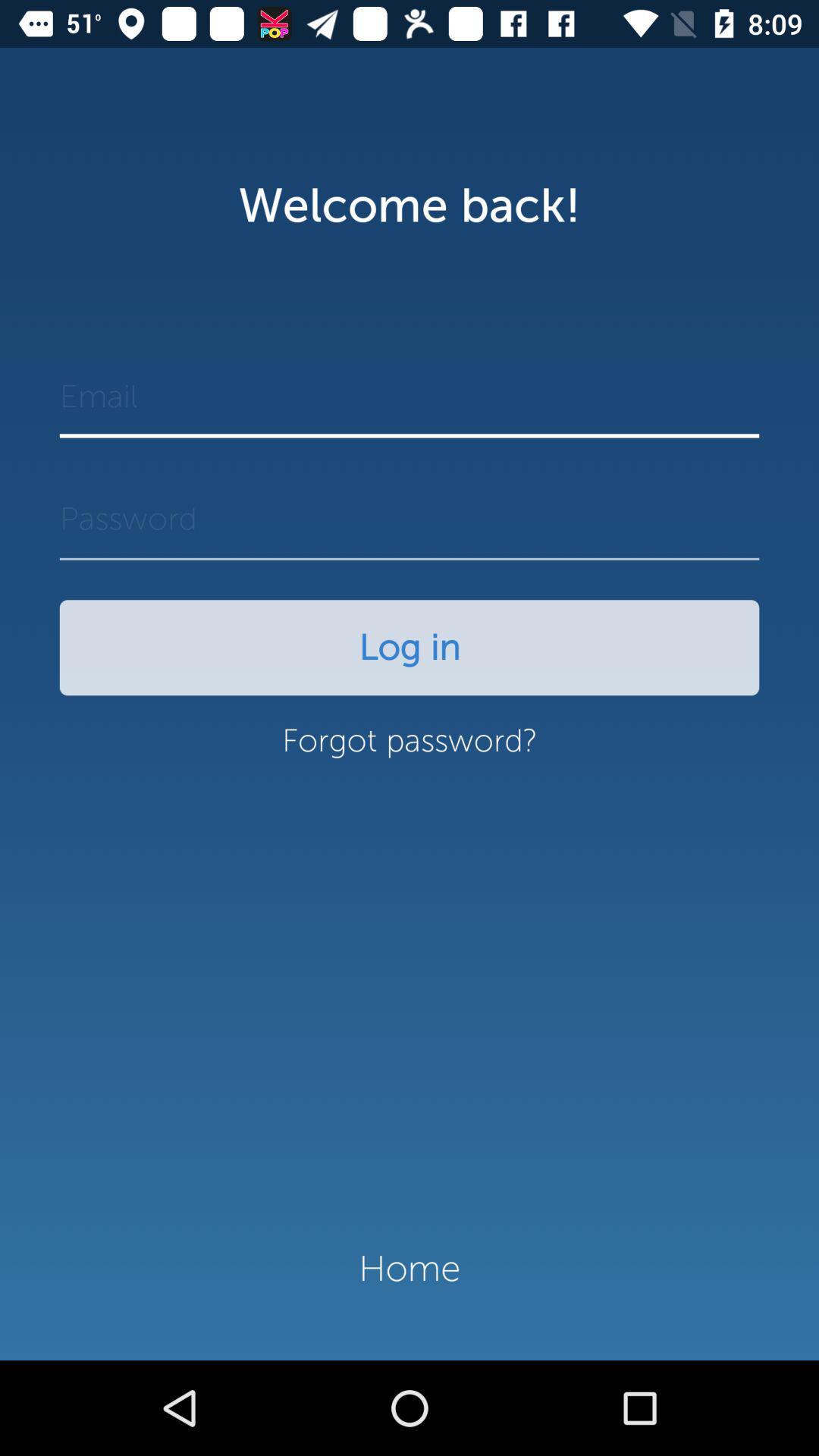 The height and width of the screenshot is (1456, 819). Describe the element at coordinates (409, 648) in the screenshot. I see `item above forgot password? item` at that location.